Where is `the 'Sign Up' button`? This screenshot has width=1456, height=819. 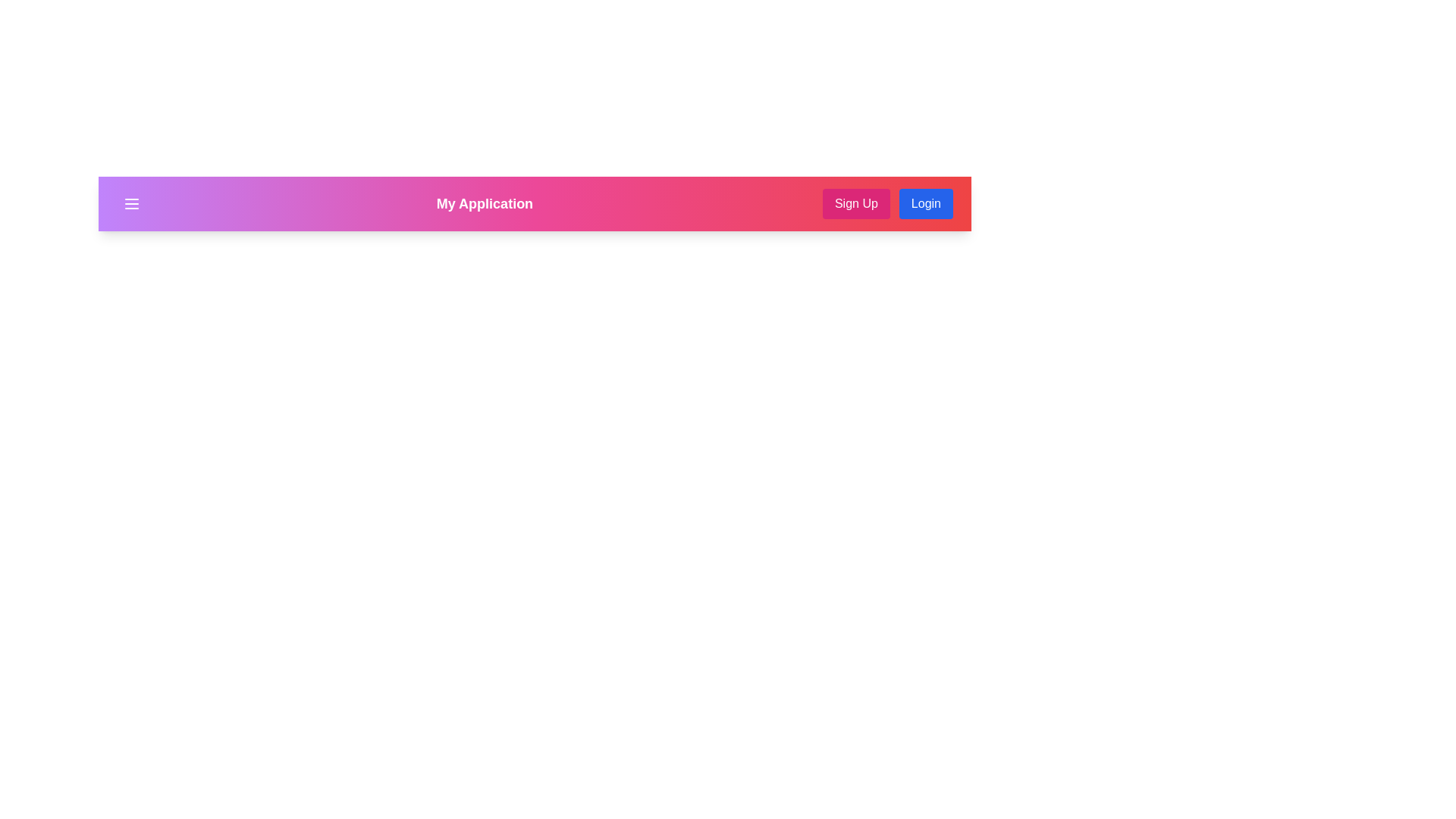
the 'Sign Up' button is located at coordinates (856, 203).